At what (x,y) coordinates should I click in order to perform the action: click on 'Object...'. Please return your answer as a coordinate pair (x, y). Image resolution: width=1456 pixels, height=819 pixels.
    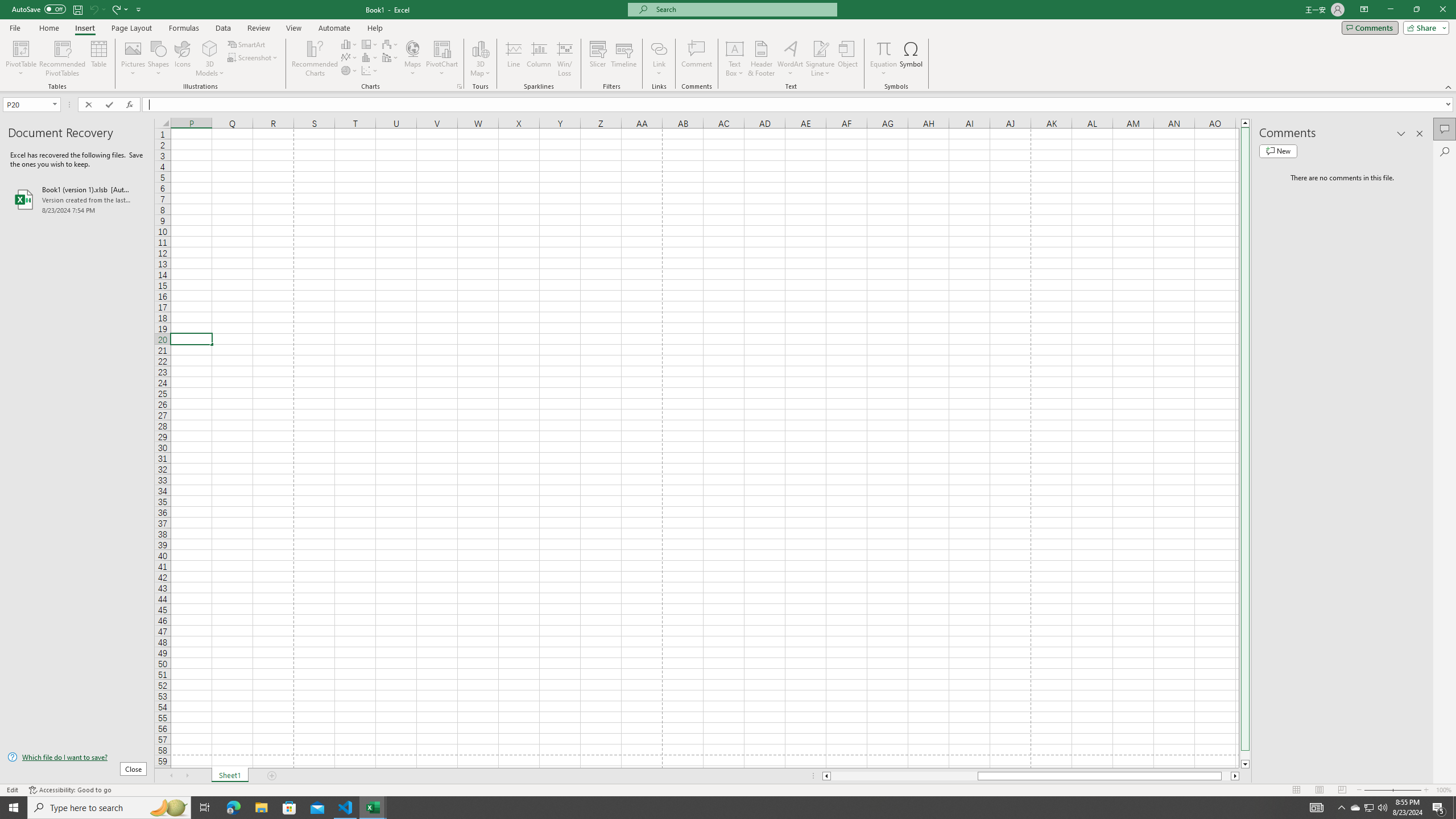
    Looking at the image, I should click on (848, 59).